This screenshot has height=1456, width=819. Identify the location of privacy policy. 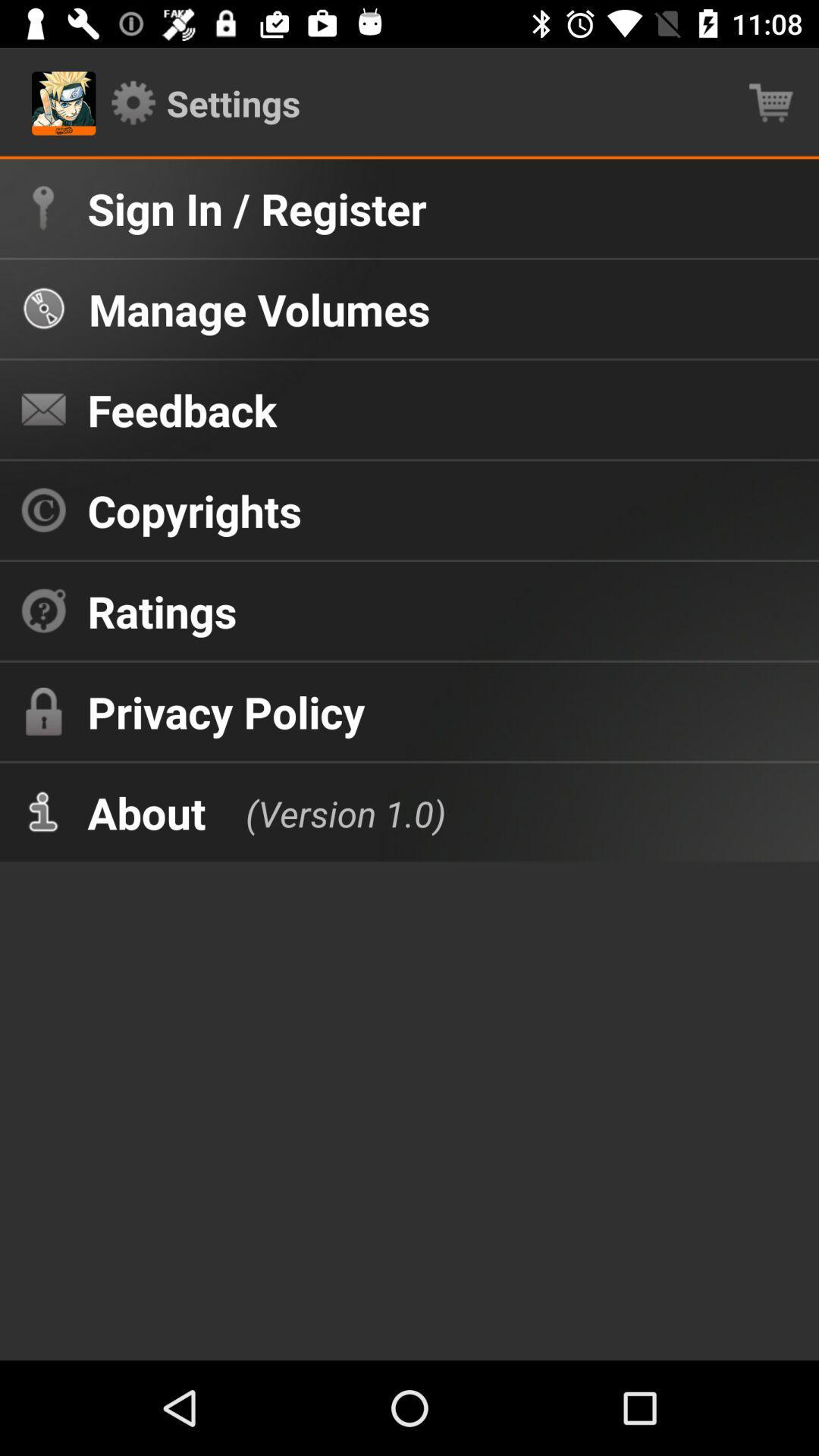
(226, 711).